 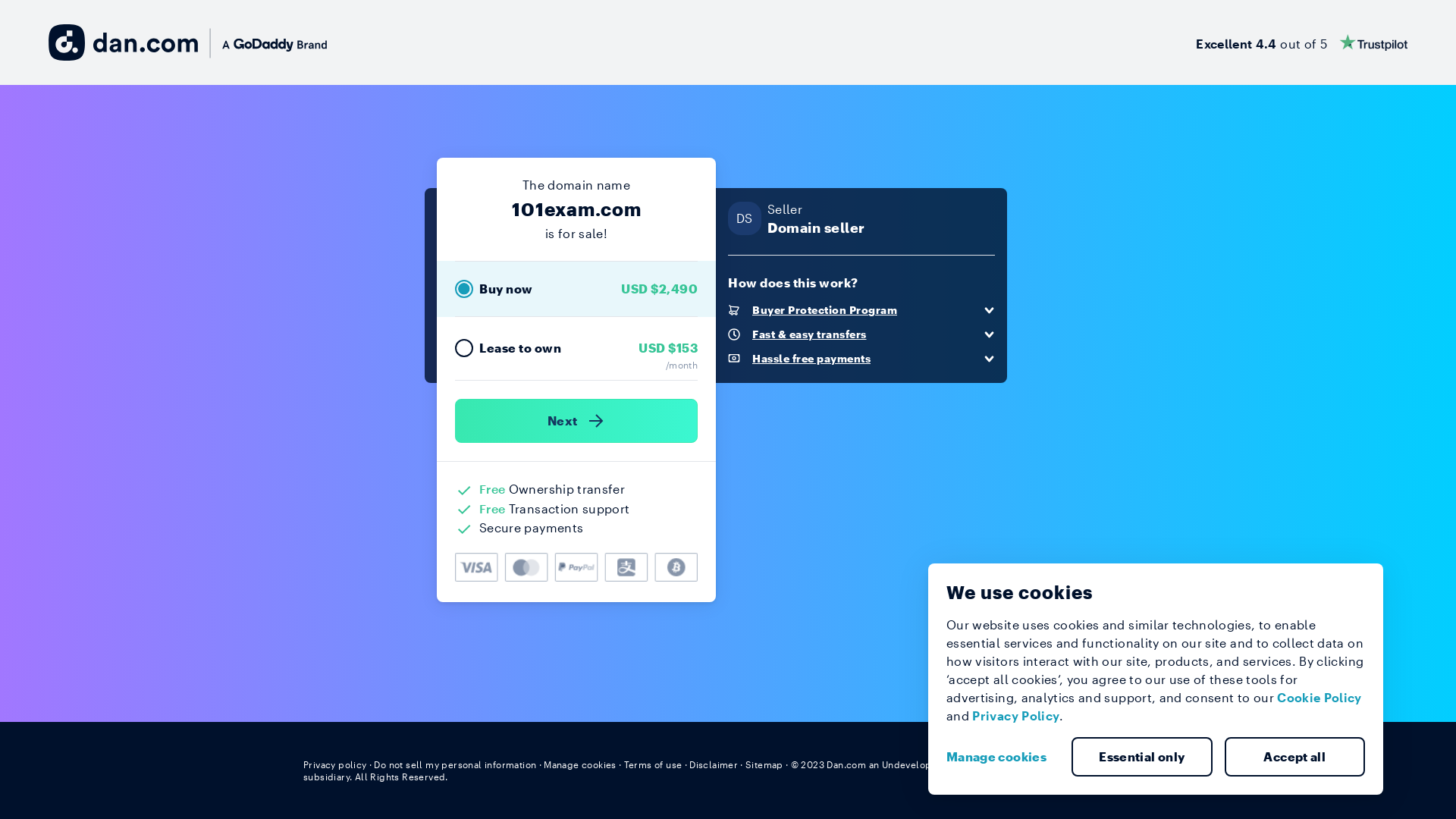 I want to click on 'Accept all', so click(x=1294, y=757).